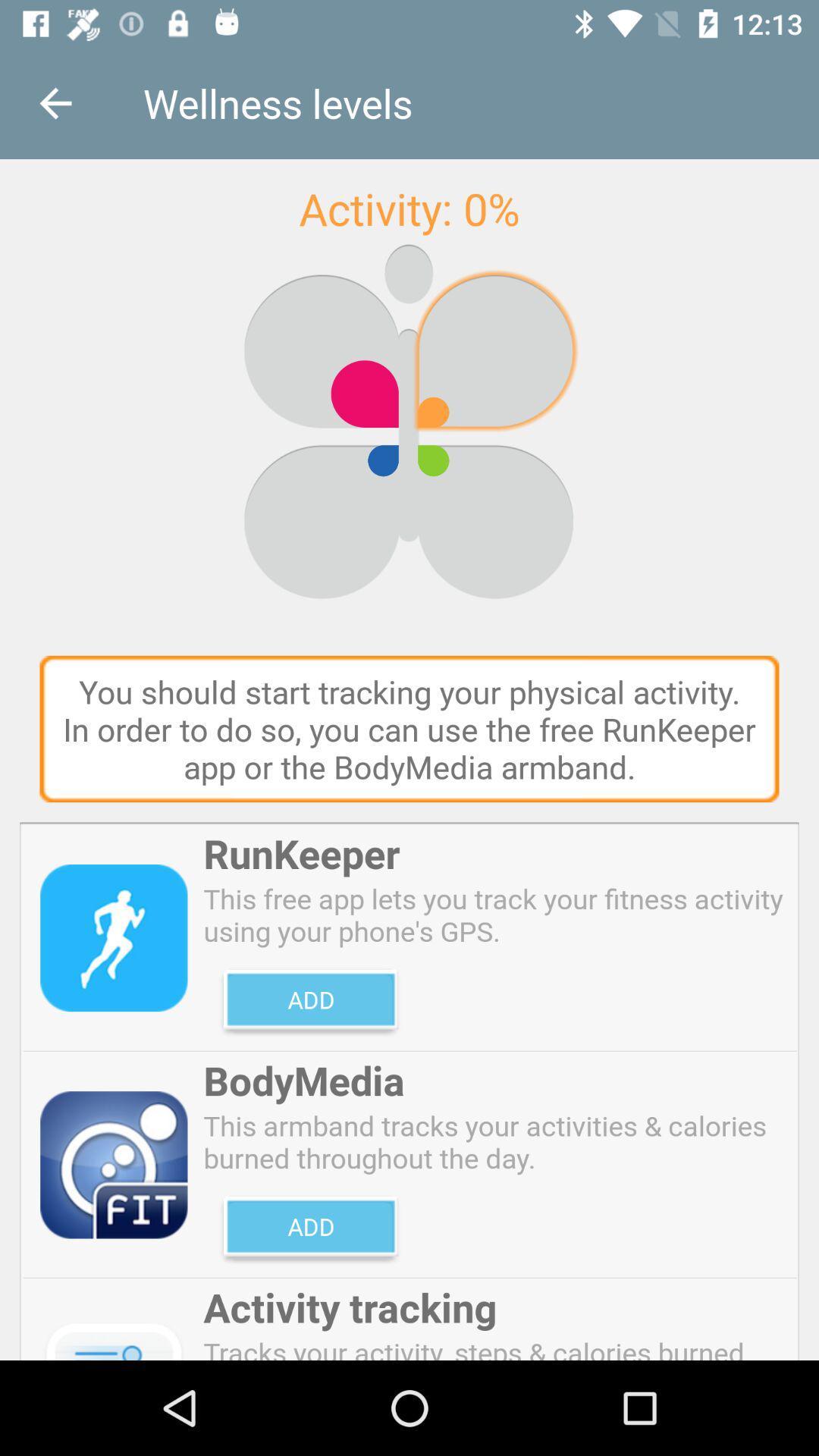 The image size is (819, 1456). I want to click on app to the left of wellness levels app, so click(55, 102).